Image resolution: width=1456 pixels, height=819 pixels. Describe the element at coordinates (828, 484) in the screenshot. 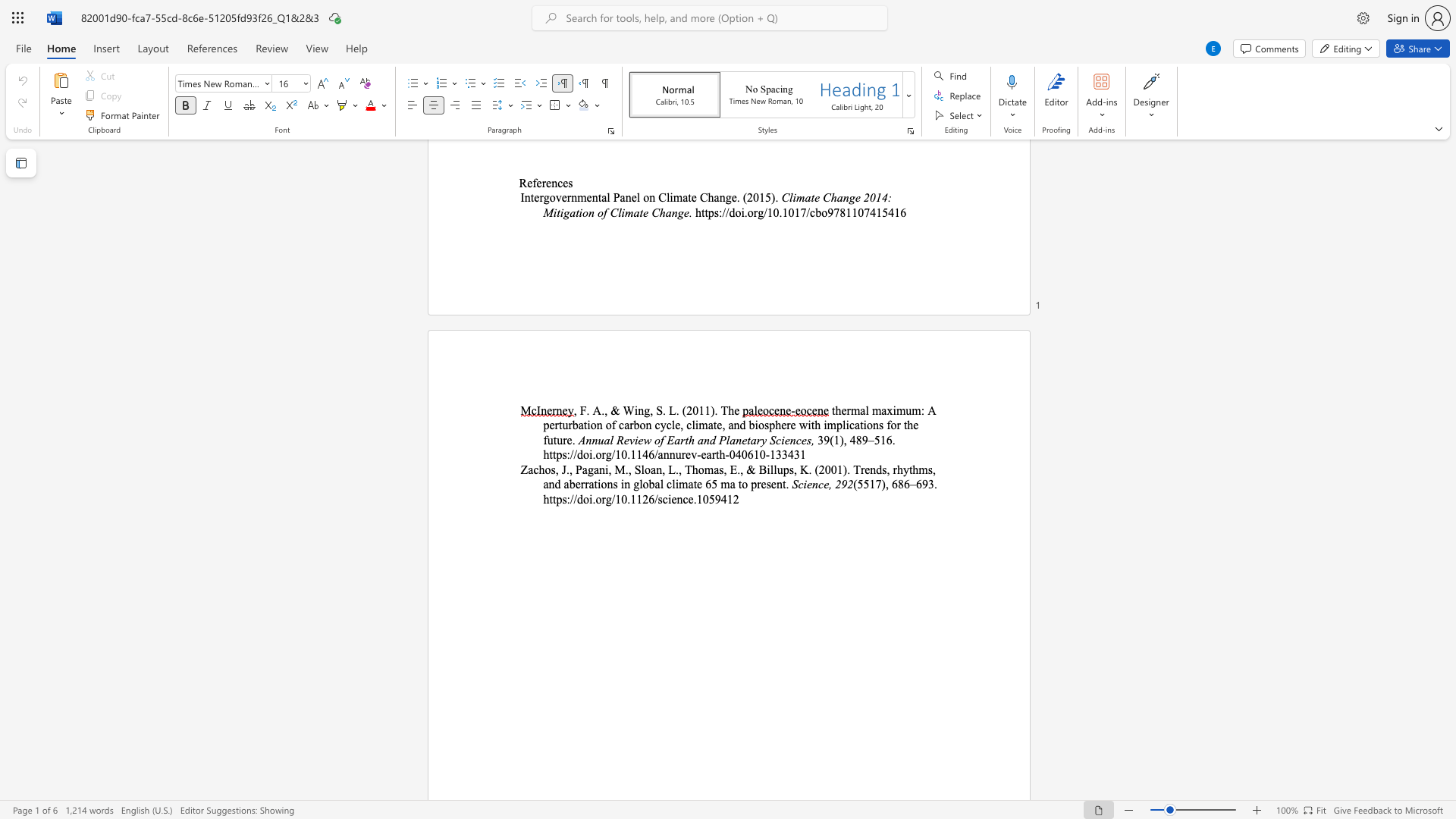

I see `the subset text ", 2" within the text "Science, 292"` at that location.